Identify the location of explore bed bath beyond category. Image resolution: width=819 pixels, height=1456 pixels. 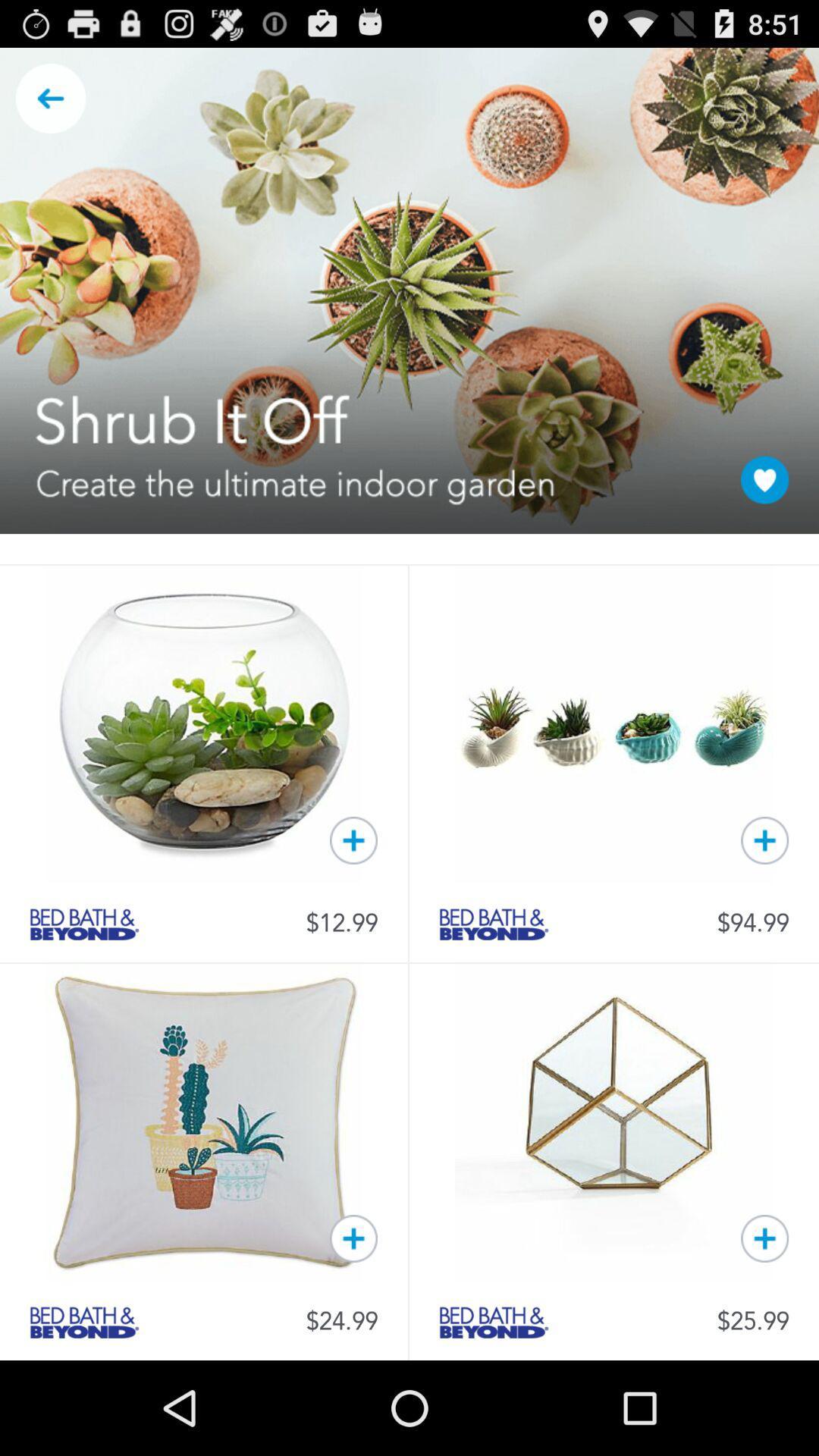
(494, 924).